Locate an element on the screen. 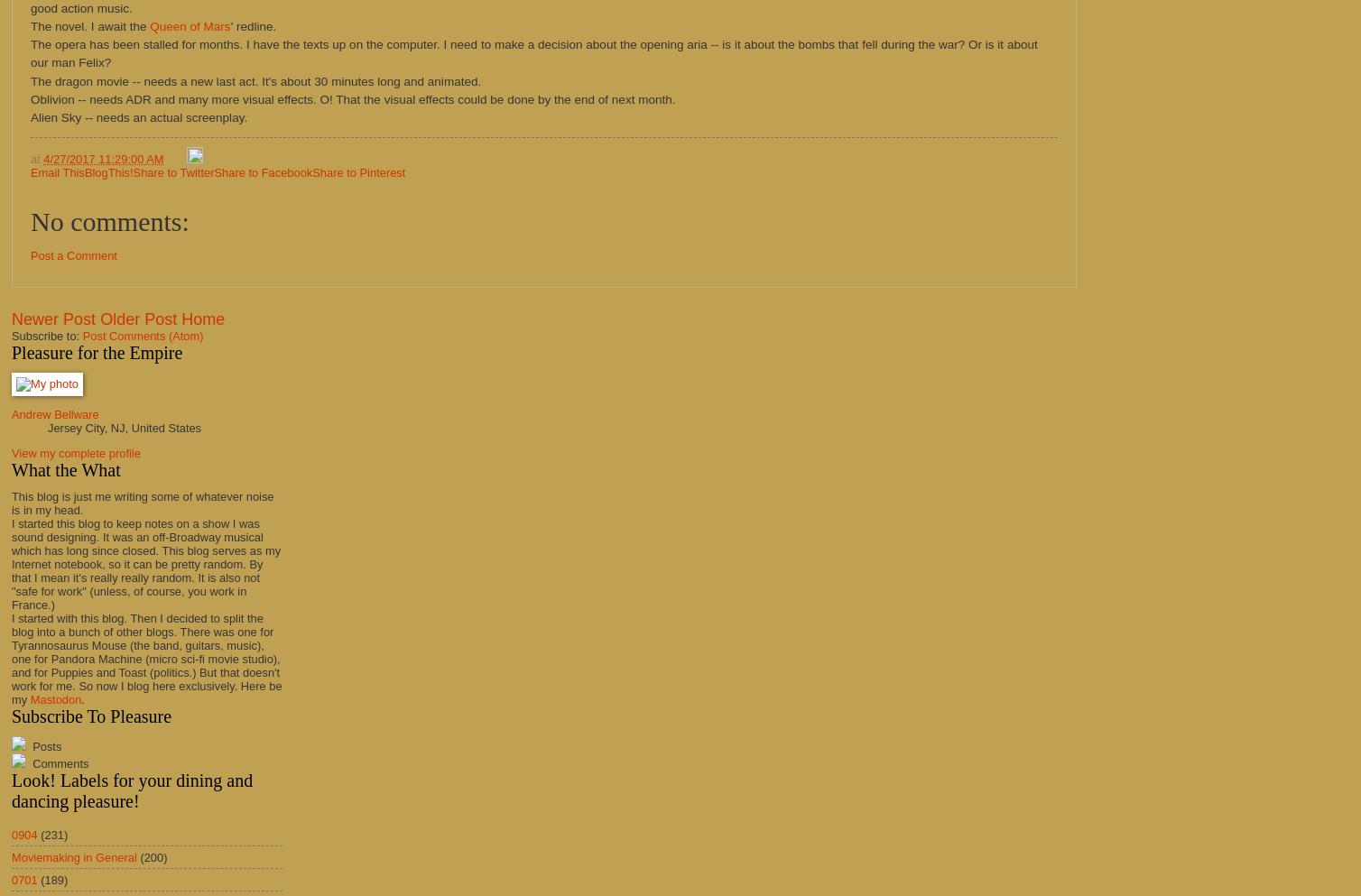 This screenshot has width=1361, height=896. 'Comments' is located at coordinates (58, 762).